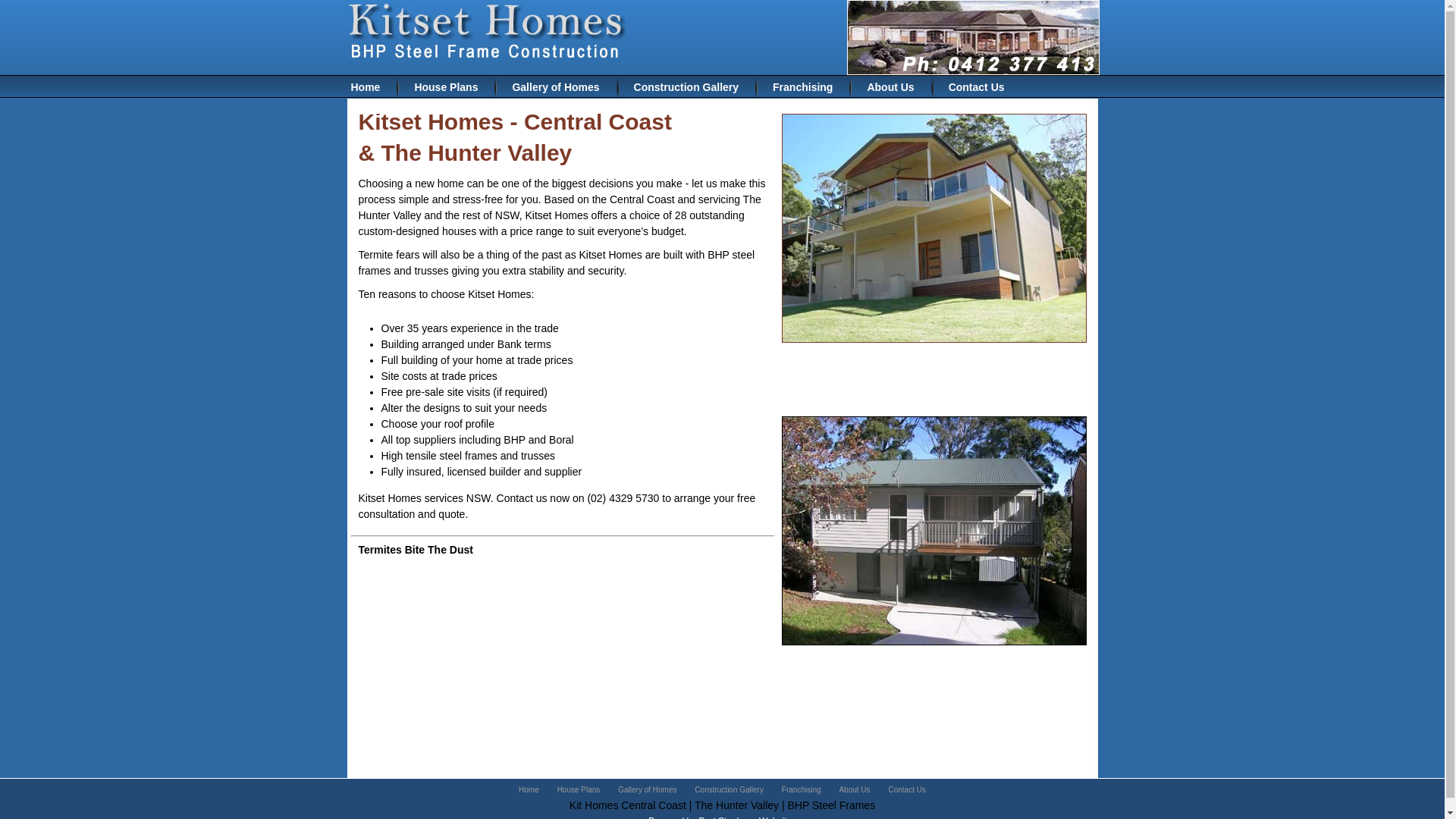  What do you see at coordinates (687, 87) in the screenshot?
I see `'Construction Gallery'` at bounding box center [687, 87].